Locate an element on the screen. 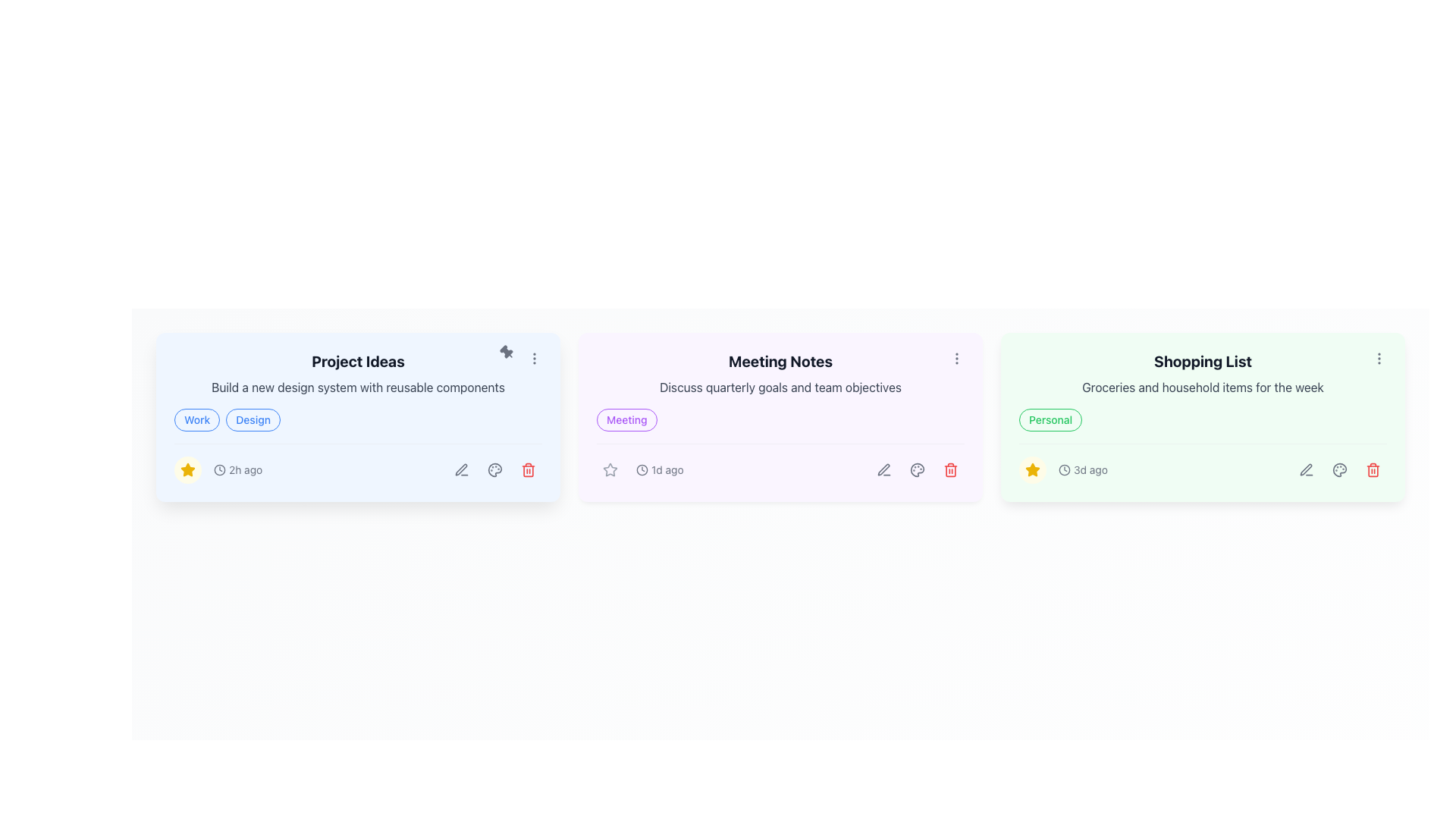 The width and height of the screenshot is (1456, 819). the timestamp text element located at the bottom left section of the 'Project Ideas' card, which follows the prominent star icon is located at coordinates (237, 469).